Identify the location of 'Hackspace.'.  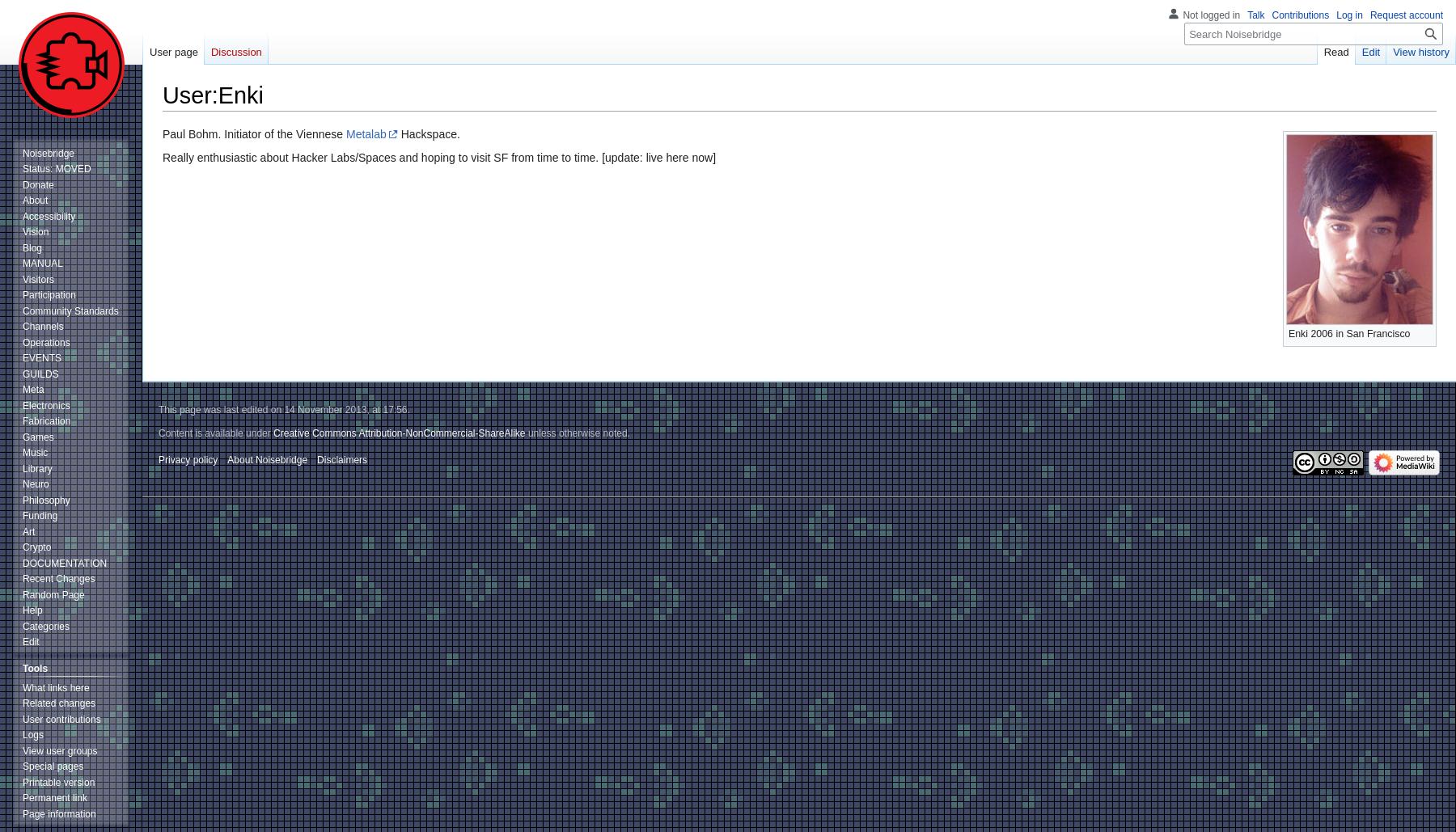
(427, 133).